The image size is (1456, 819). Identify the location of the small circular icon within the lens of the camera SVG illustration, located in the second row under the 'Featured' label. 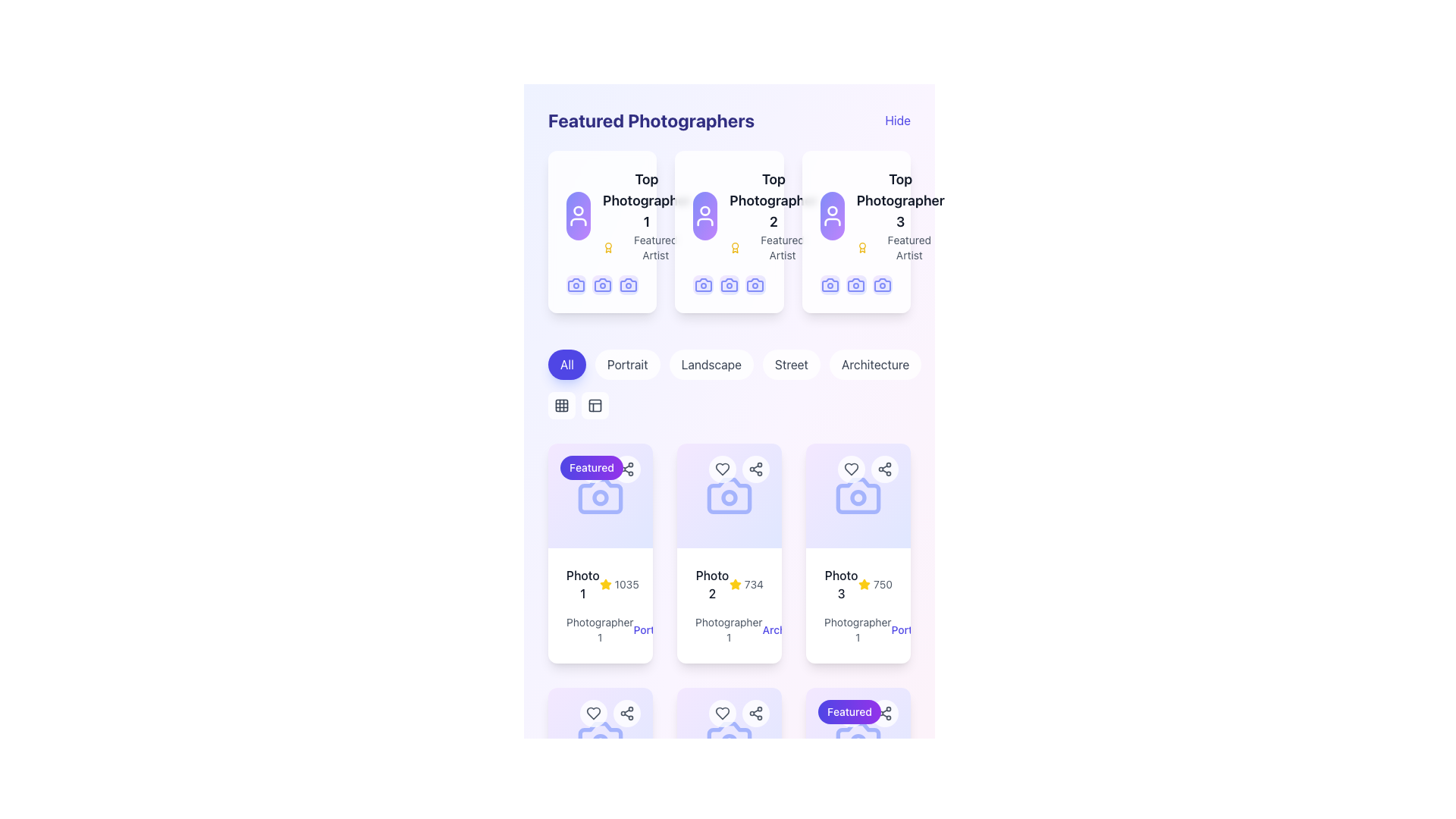
(600, 497).